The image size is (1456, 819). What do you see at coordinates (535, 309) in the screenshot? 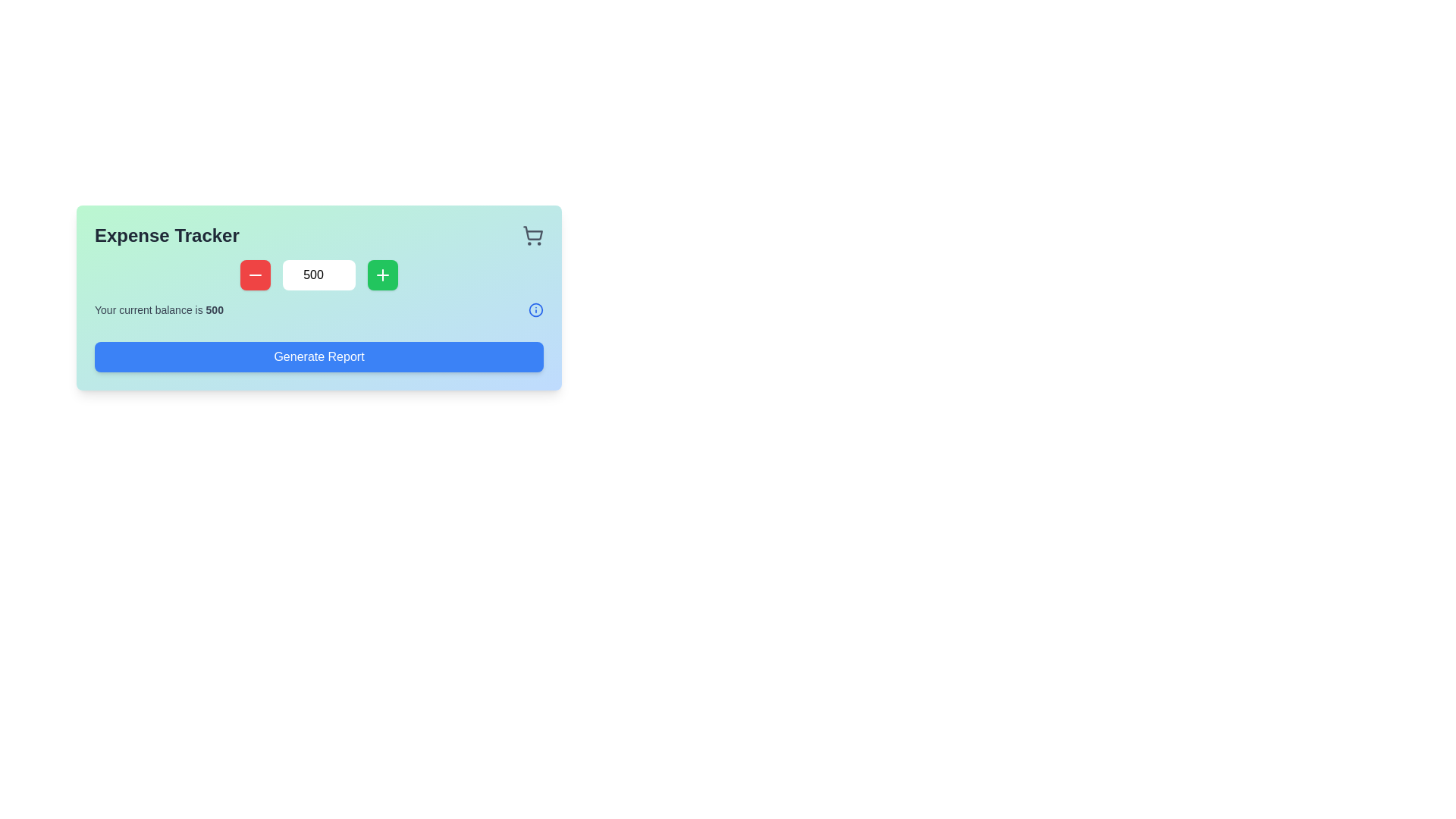
I see `decorative vector graphic icon located in the lower right quadrant of the main interface view, which is part of a grouped set of thematic elements` at bounding box center [535, 309].